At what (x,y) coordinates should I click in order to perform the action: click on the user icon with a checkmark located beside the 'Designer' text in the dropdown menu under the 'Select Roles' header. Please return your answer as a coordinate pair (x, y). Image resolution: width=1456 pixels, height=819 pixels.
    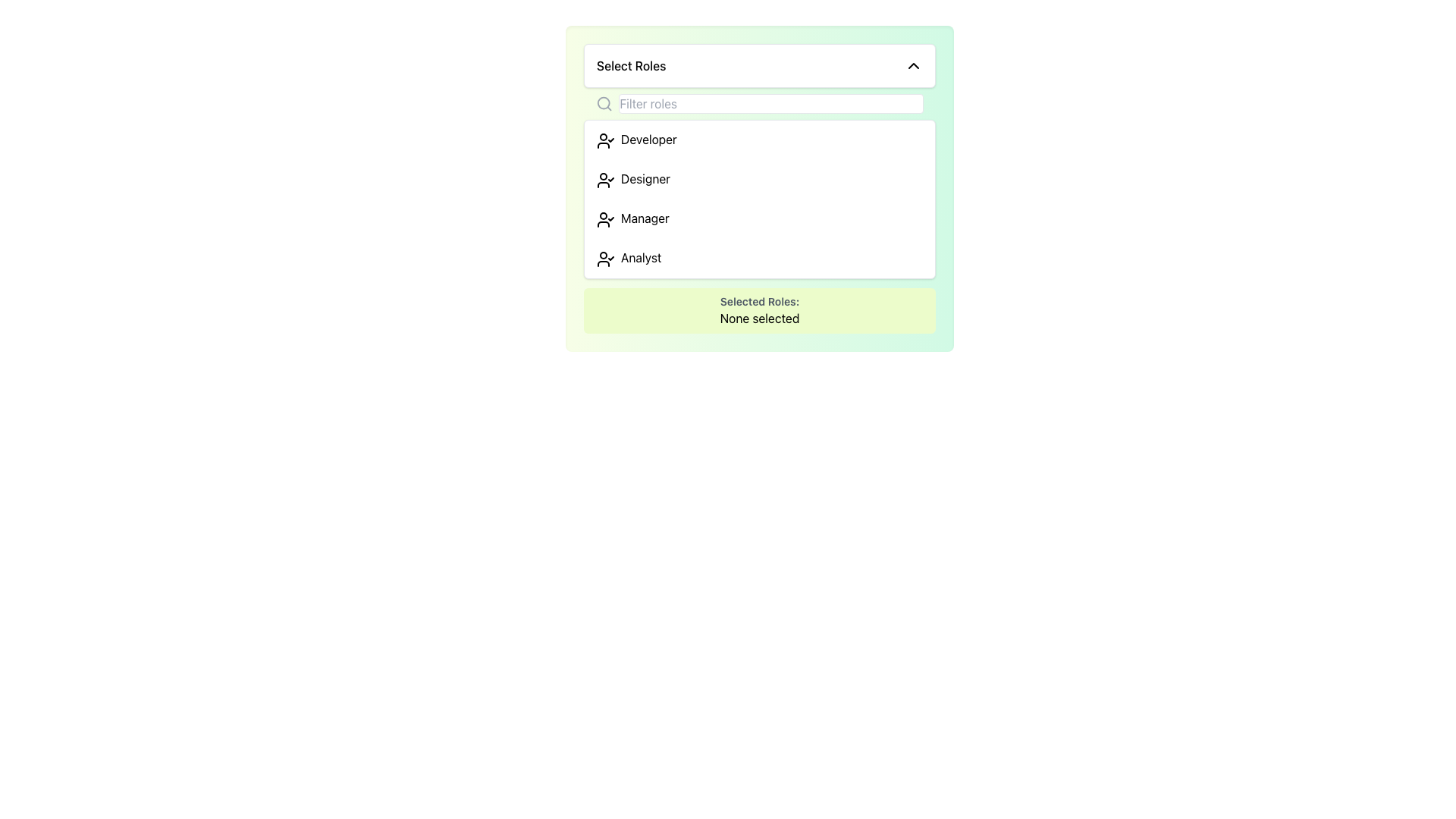
    Looking at the image, I should click on (604, 178).